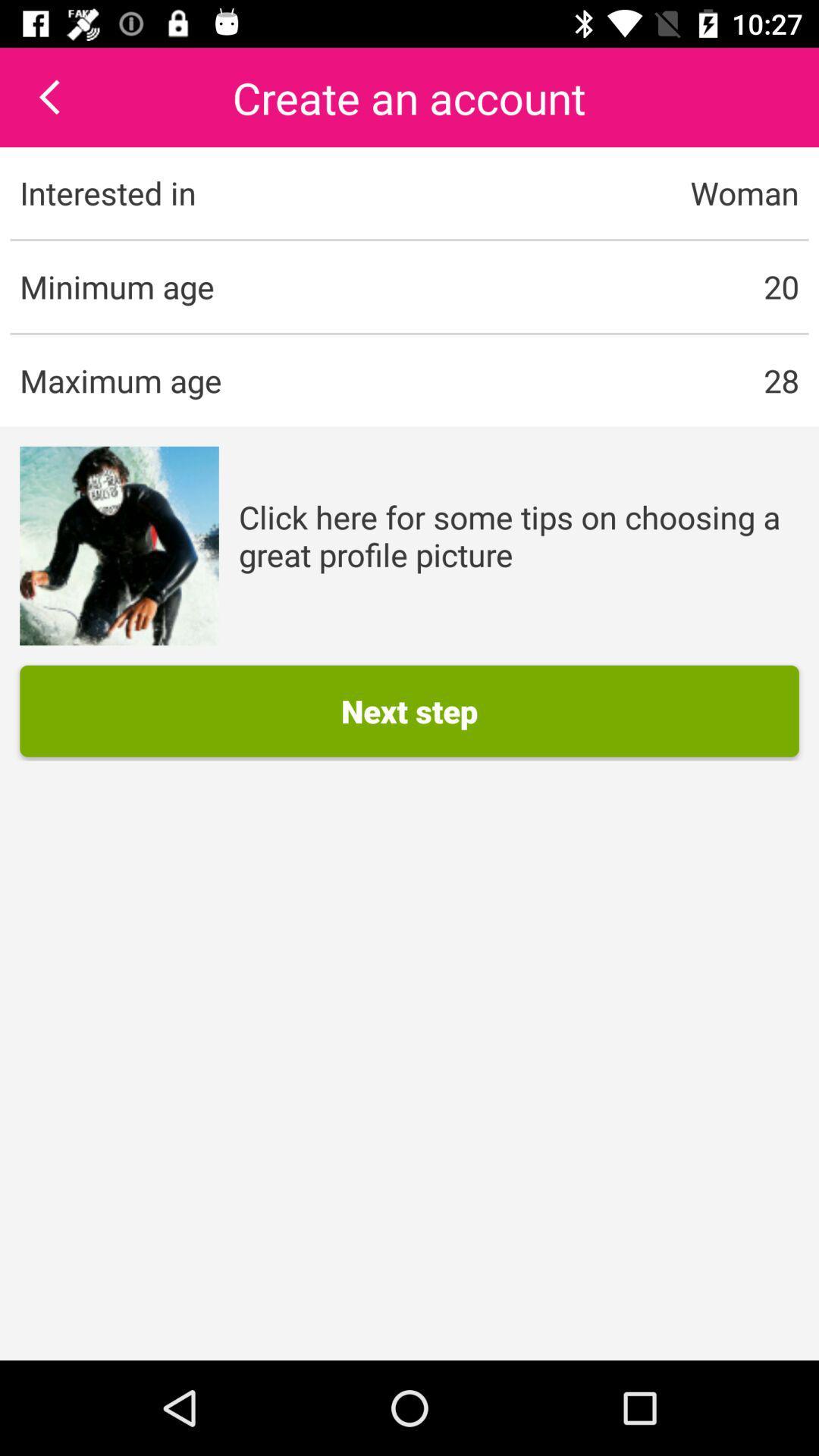  I want to click on the item above the next step, so click(118, 546).